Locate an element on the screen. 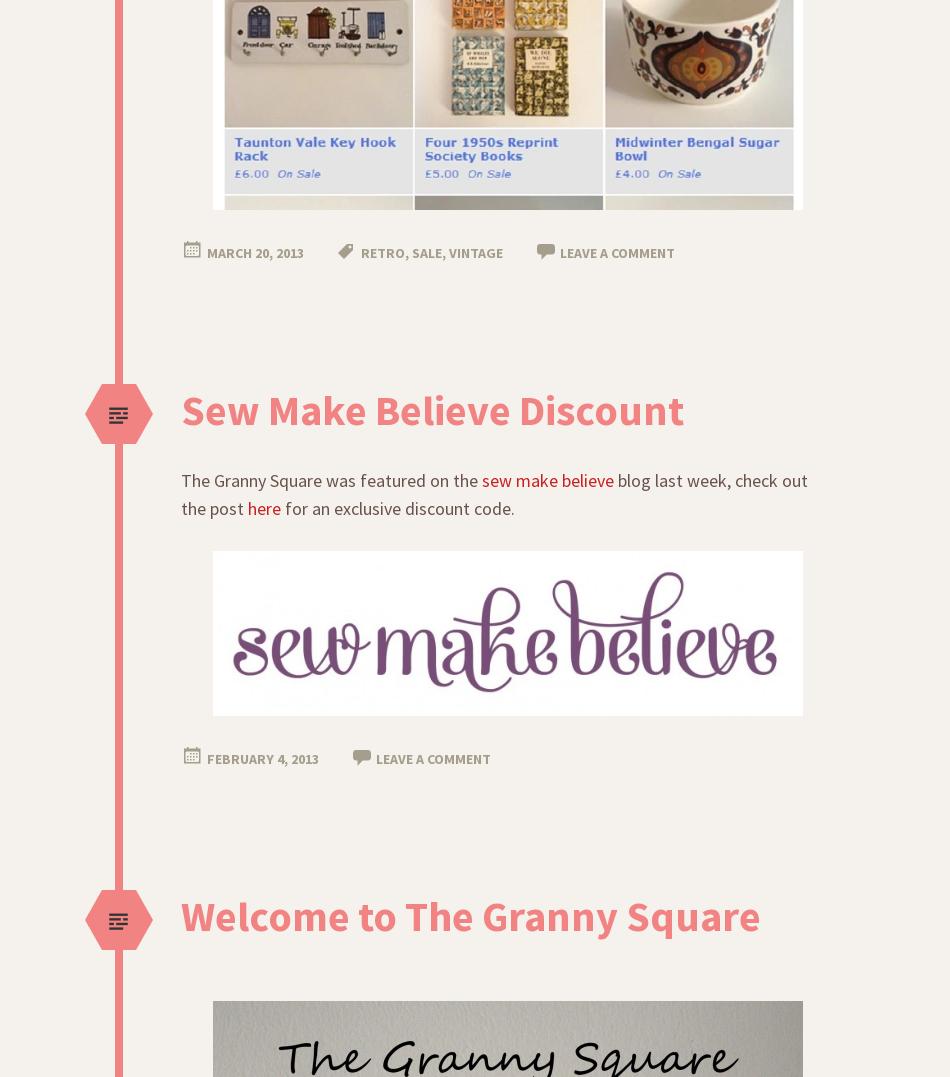 The height and width of the screenshot is (1077, 950). 'sale' is located at coordinates (411, 251).